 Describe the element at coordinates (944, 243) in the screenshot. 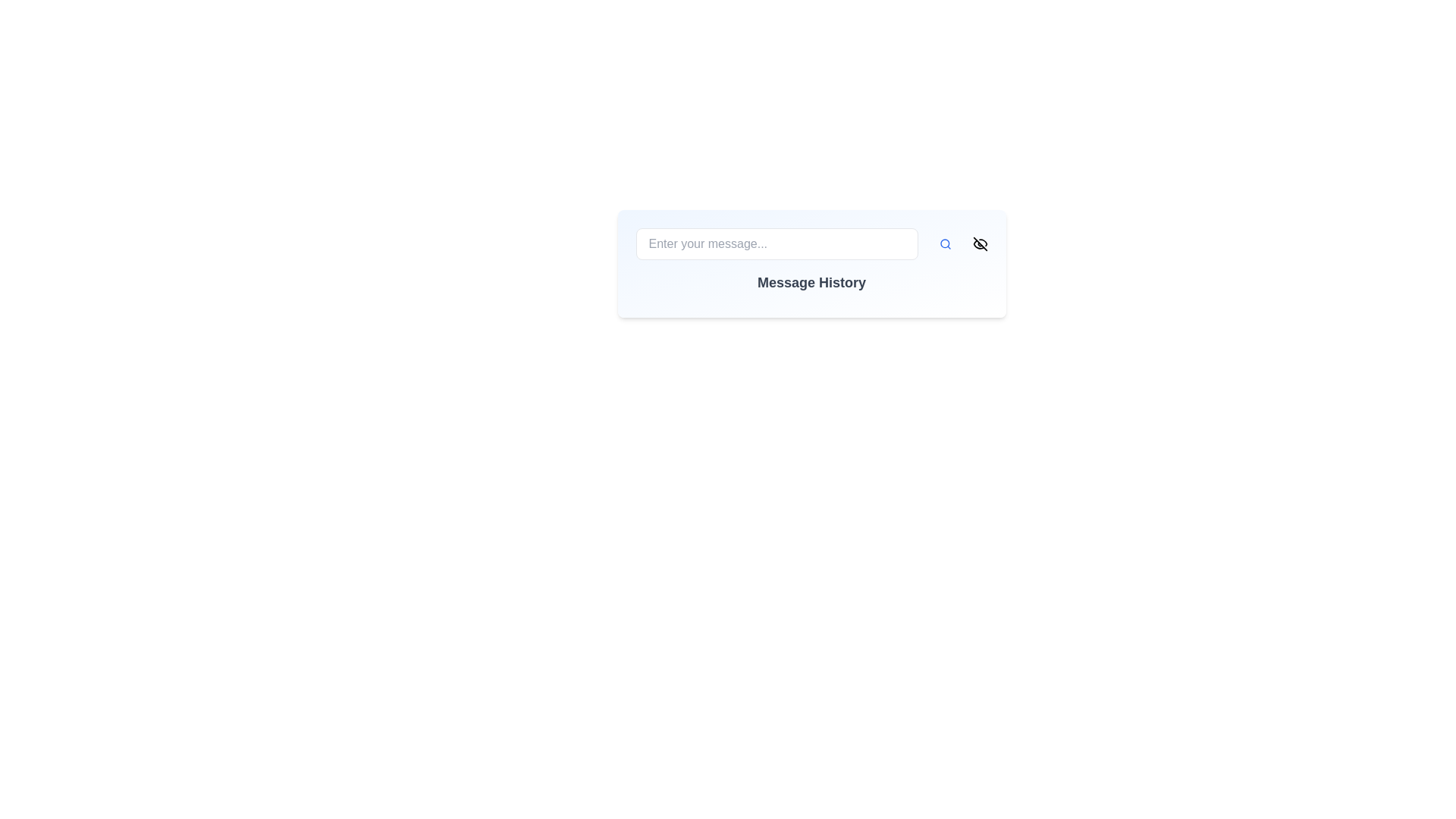

I see `the search button located immediately to the right of the input field labeled 'Enter your message...' to initiate a search action` at that location.